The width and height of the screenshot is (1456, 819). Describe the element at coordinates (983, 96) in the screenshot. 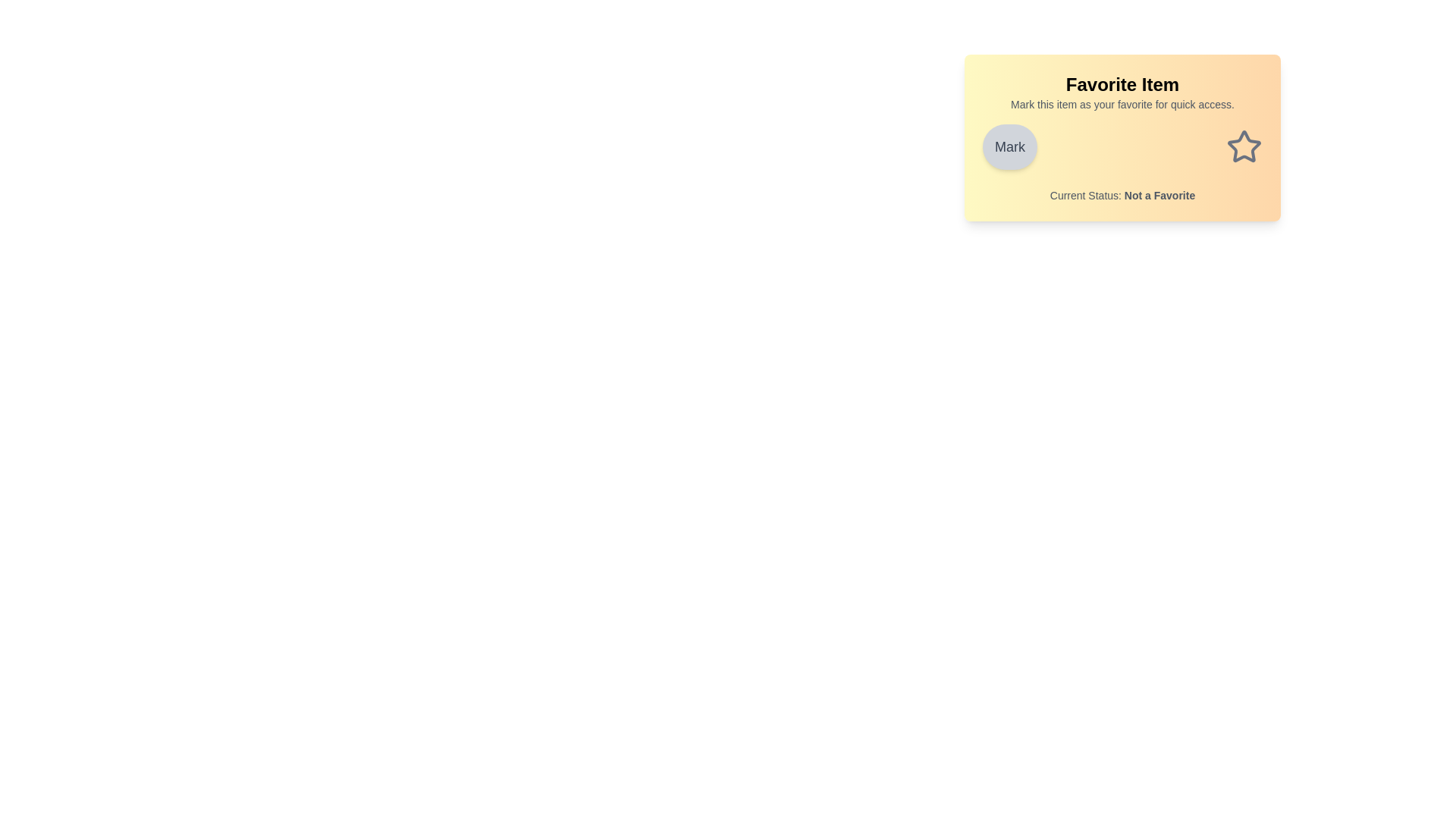

I see `the descriptive text and status information by selecting the text block` at that location.